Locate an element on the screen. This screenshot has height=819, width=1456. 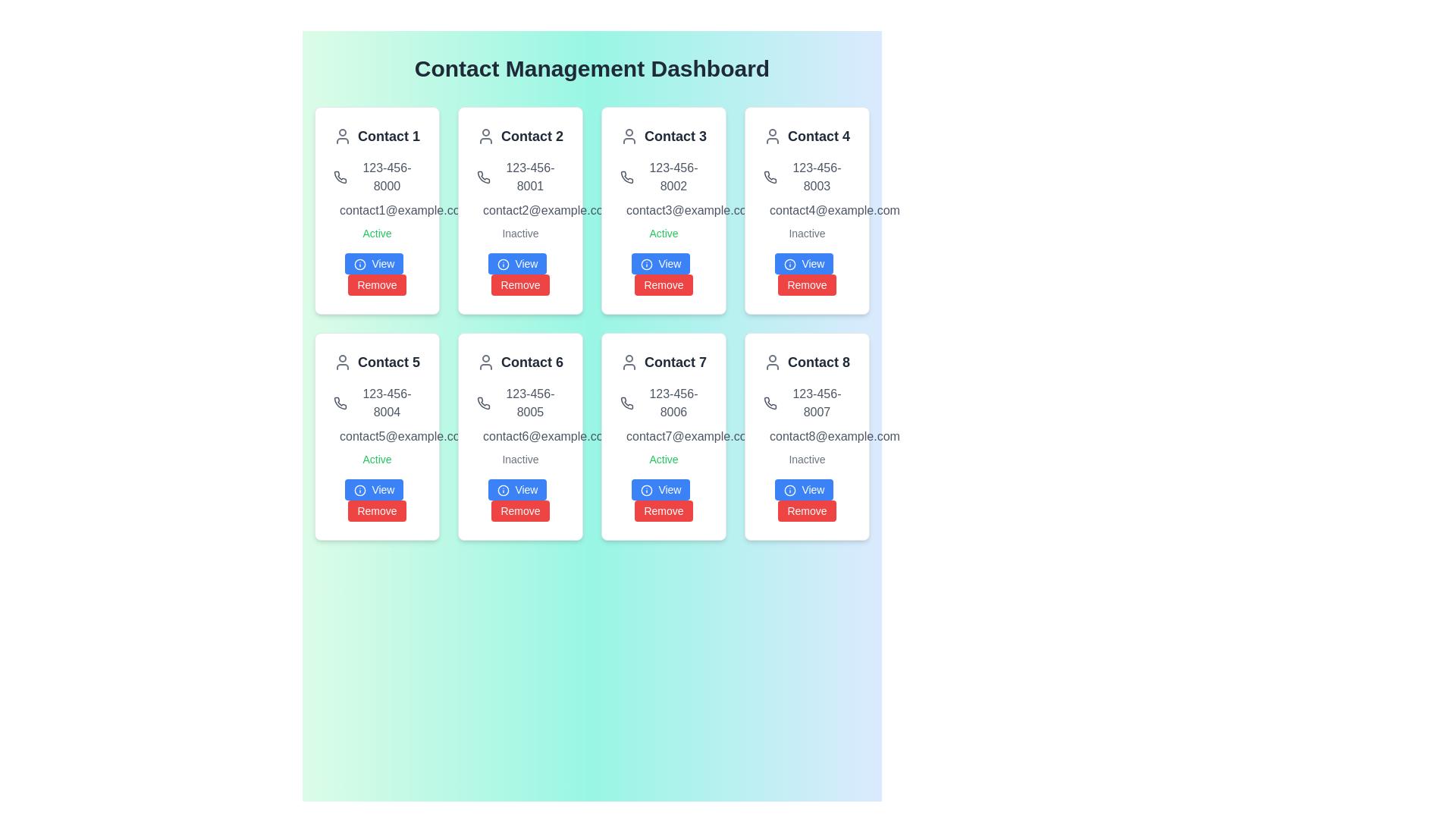
the text label displaying the email address 'contact2@example.com' for 'Contact 2', located below the phone number '123-456-8001' is located at coordinates (520, 210).